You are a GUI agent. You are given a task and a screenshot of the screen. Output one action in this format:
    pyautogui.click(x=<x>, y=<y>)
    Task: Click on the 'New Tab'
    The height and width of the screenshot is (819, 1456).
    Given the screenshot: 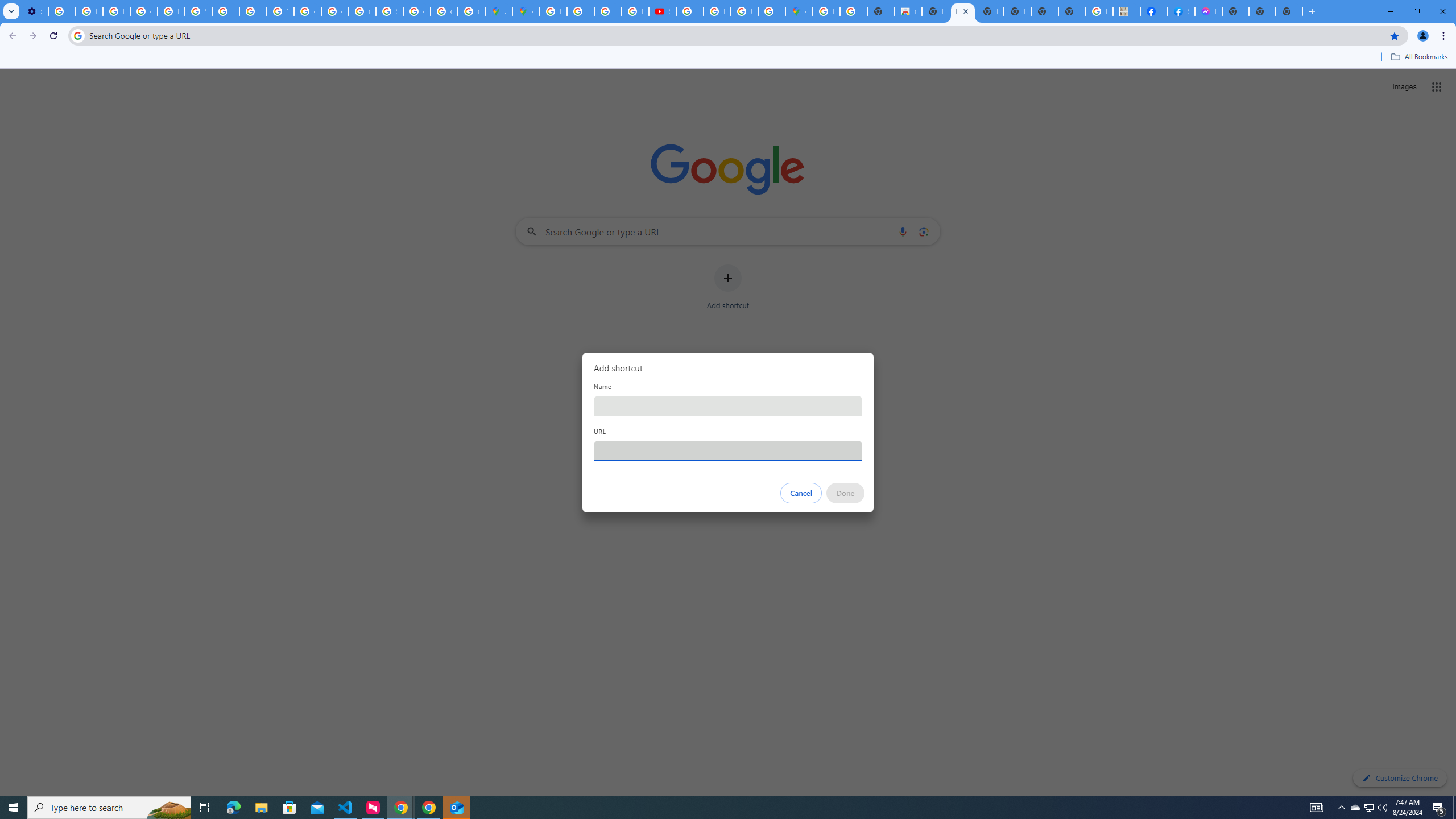 What is the action you would take?
    pyautogui.click(x=1289, y=11)
    